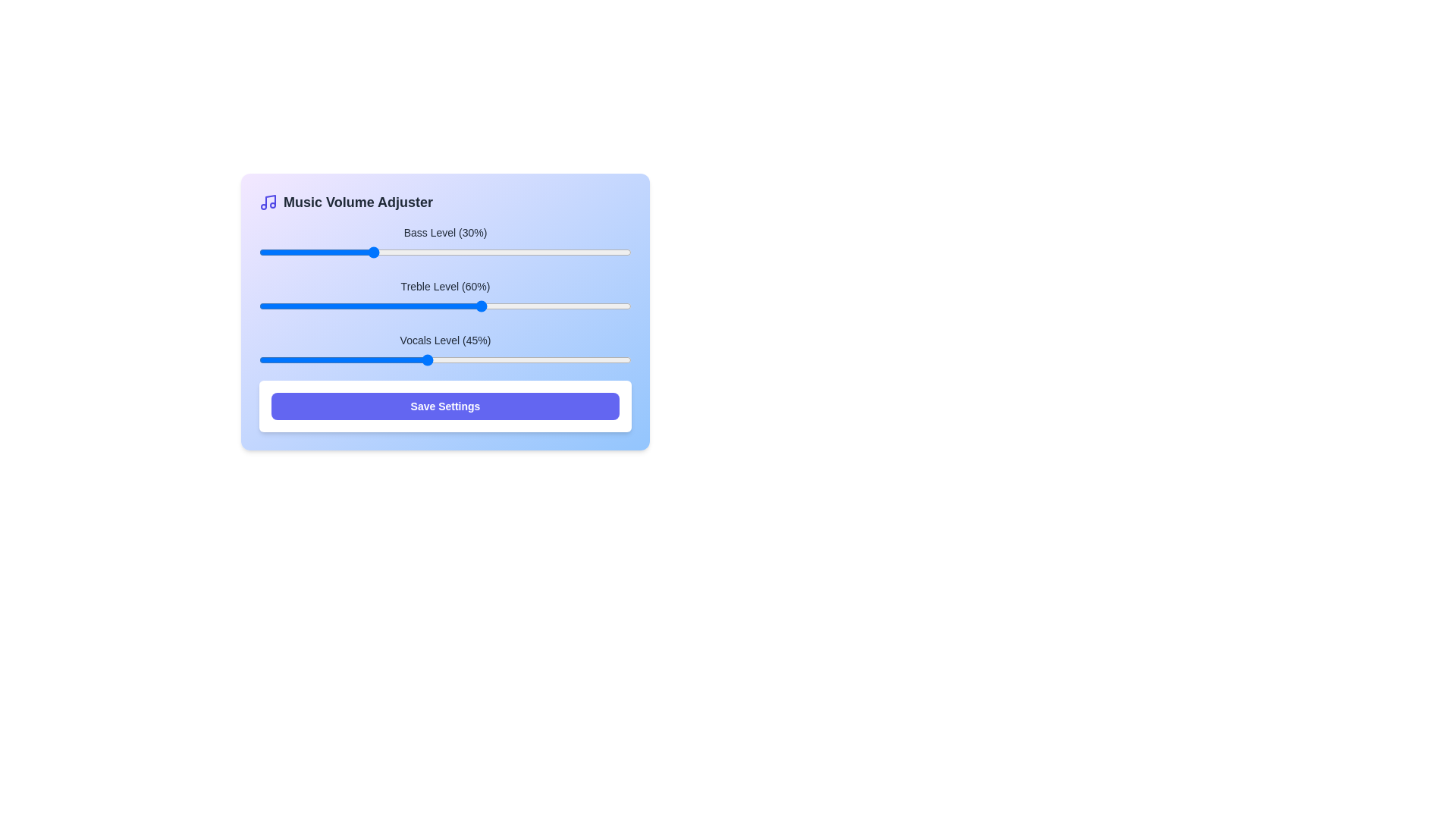  I want to click on the Vocals Level slider, so click(542, 359).